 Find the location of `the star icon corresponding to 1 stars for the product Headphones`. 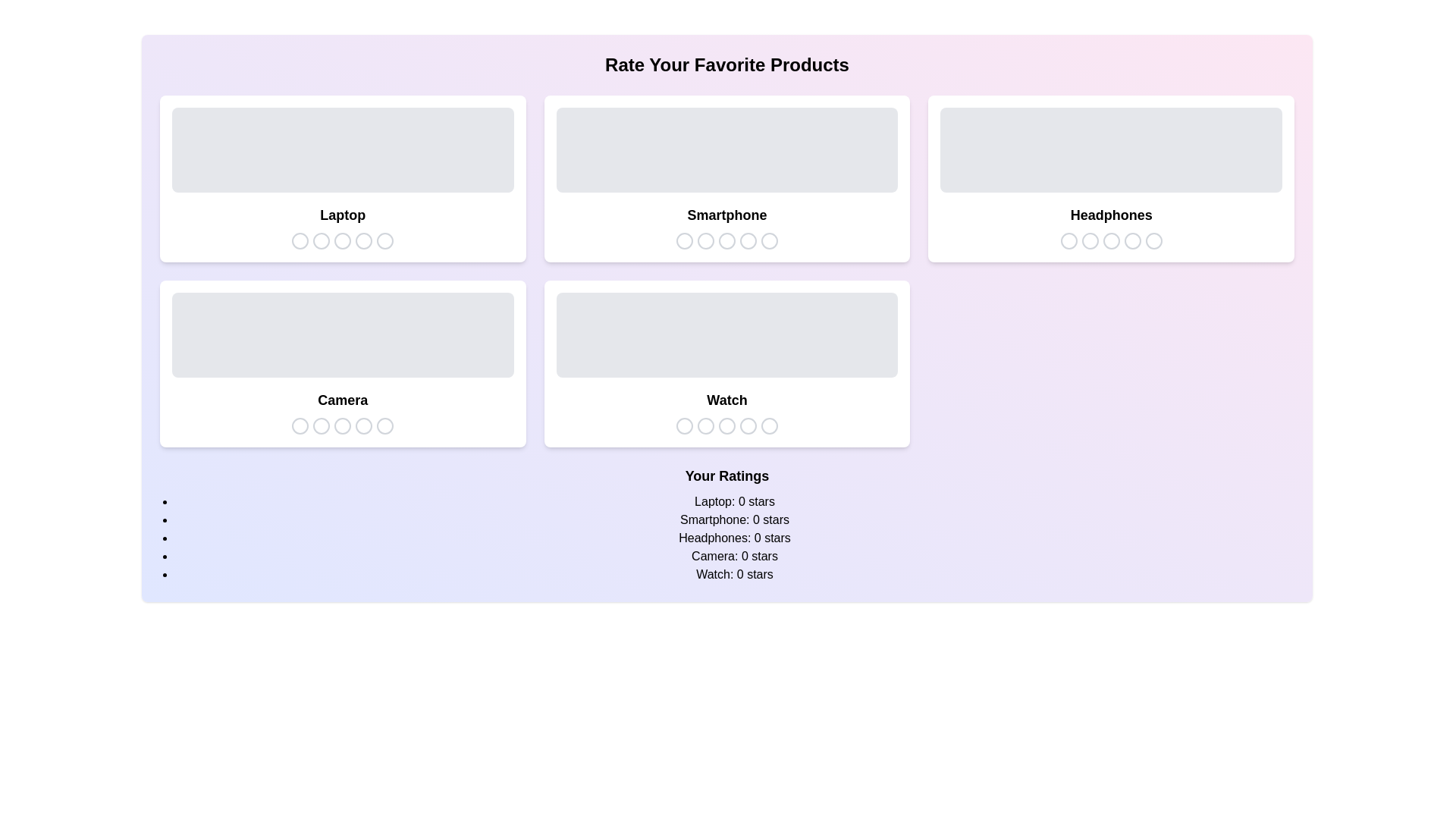

the star icon corresponding to 1 stars for the product Headphones is located at coordinates (1068, 240).